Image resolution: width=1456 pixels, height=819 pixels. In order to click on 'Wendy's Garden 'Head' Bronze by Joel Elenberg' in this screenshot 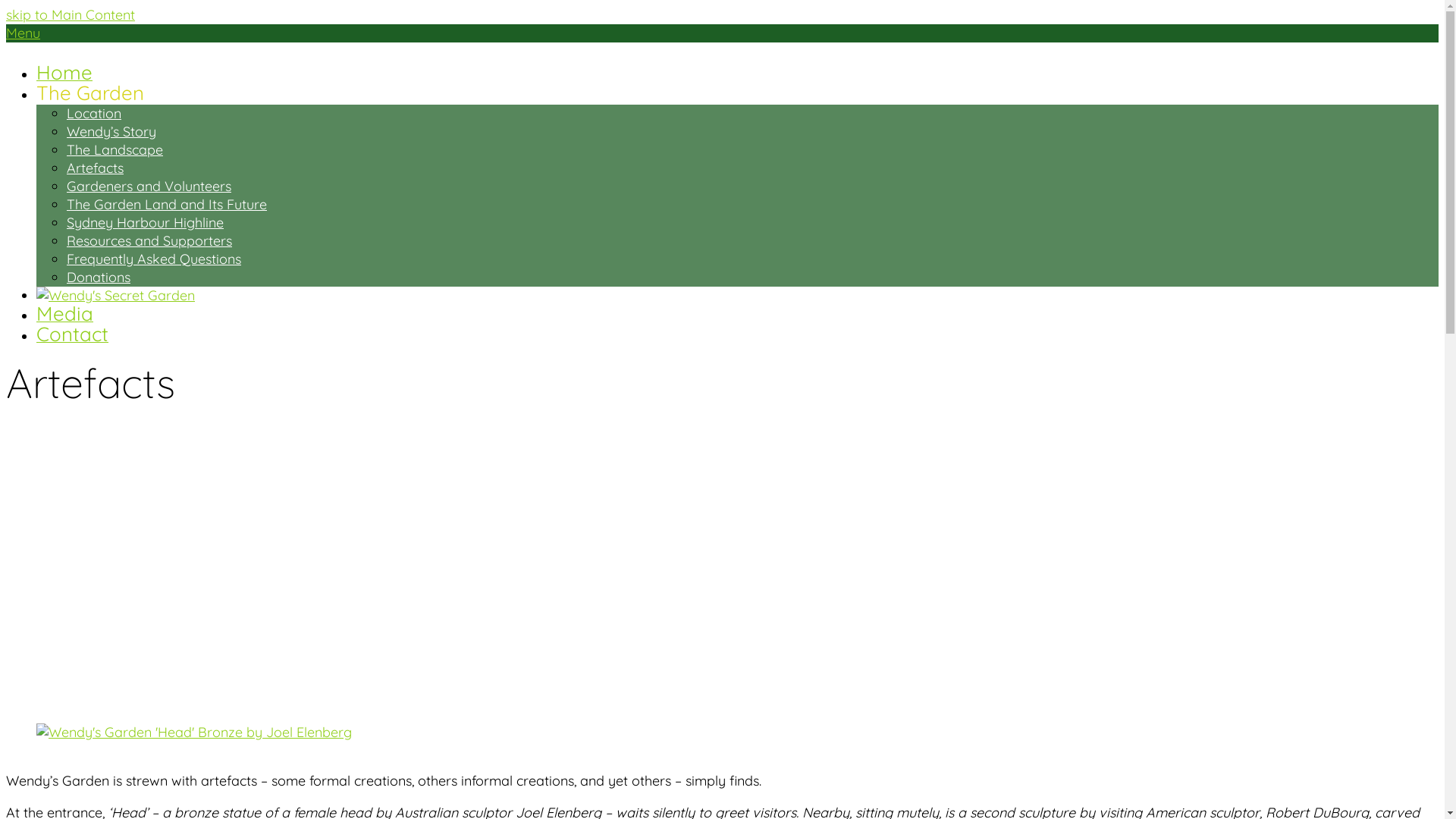, I will do `click(193, 731)`.